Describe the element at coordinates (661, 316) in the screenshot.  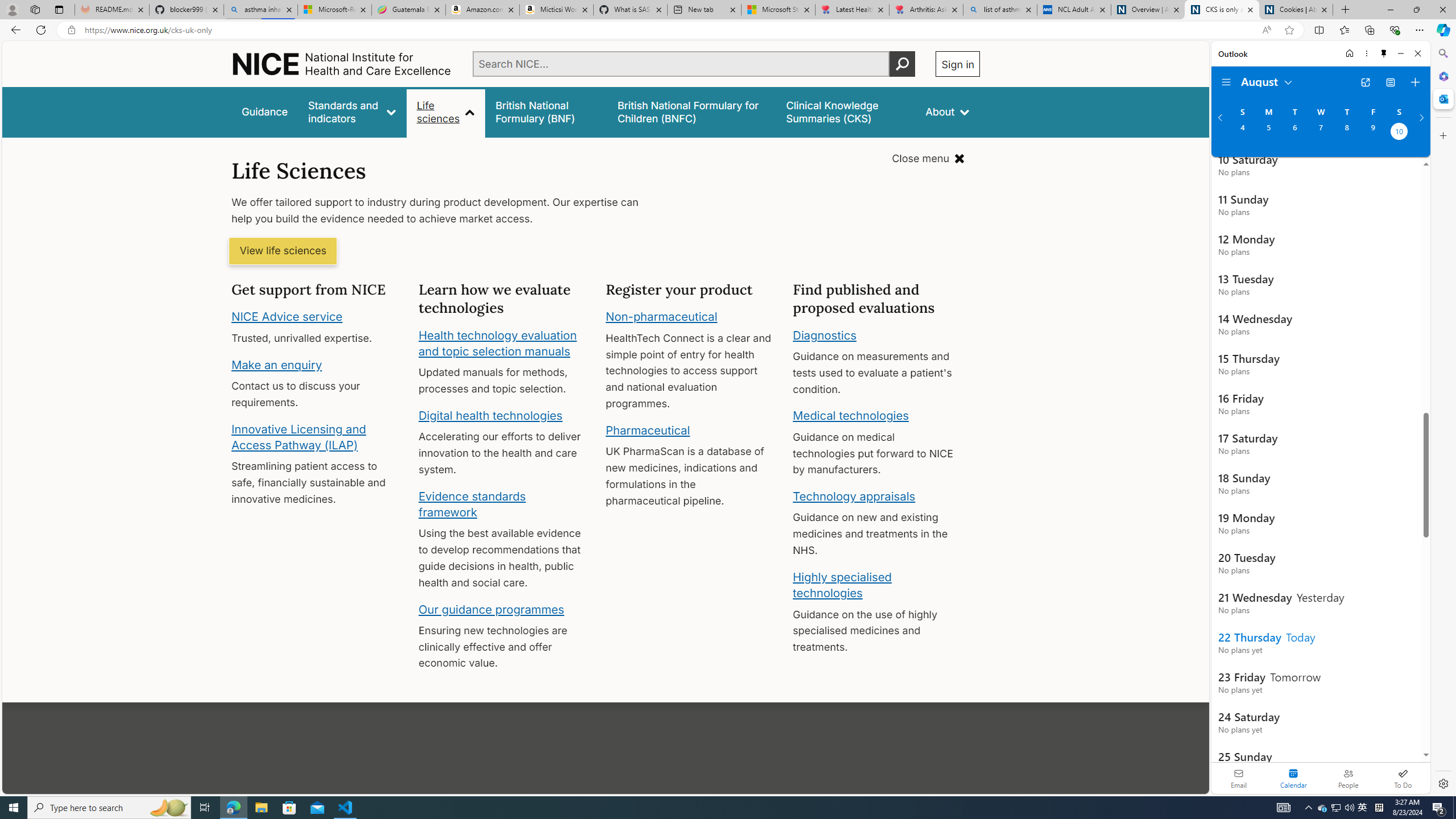
I see `'Non-pharmaceutical'` at that location.